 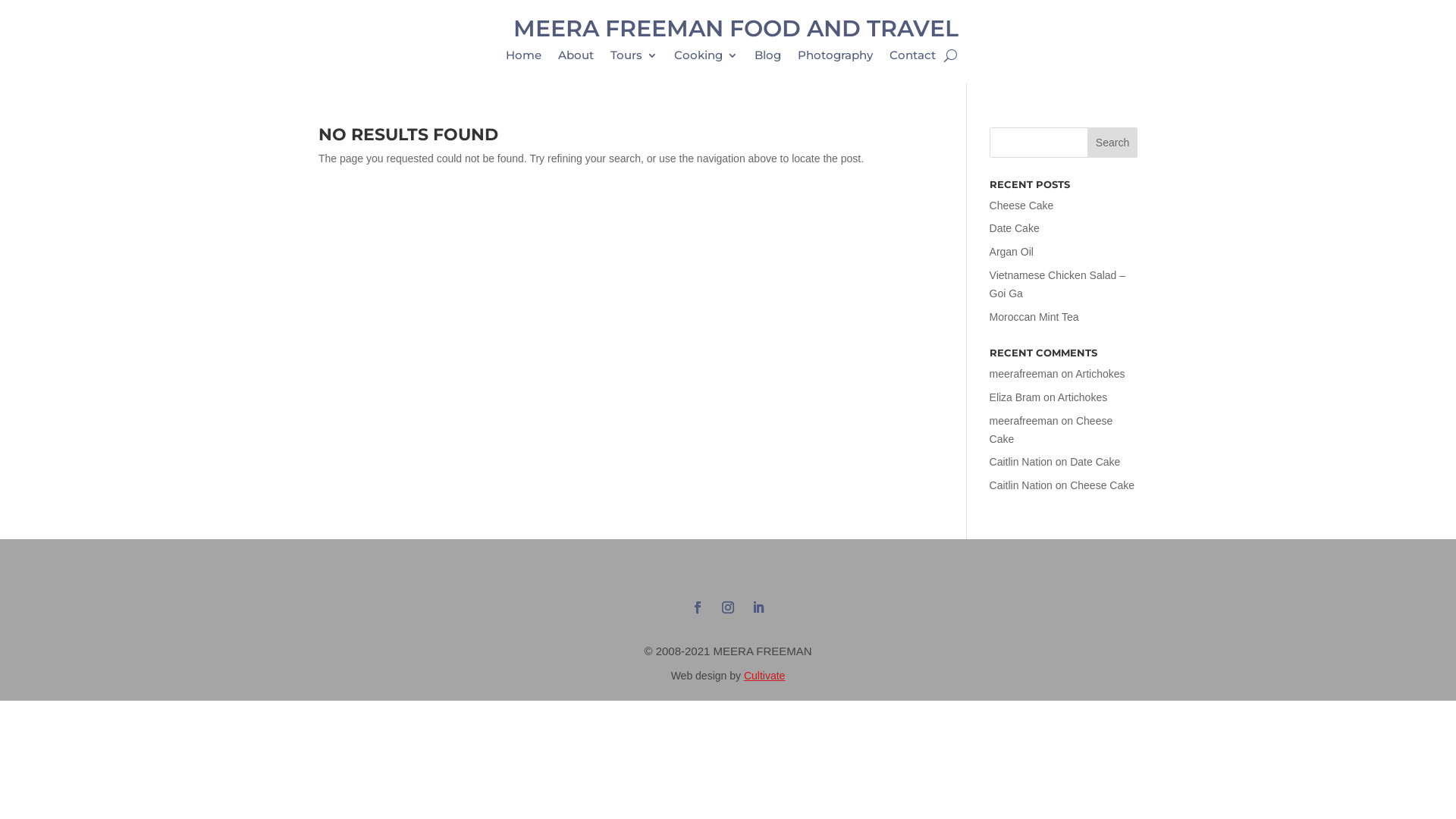 What do you see at coordinates (1033, 315) in the screenshot?
I see `'Moroccan Mint Tea'` at bounding box center [1033, 315].